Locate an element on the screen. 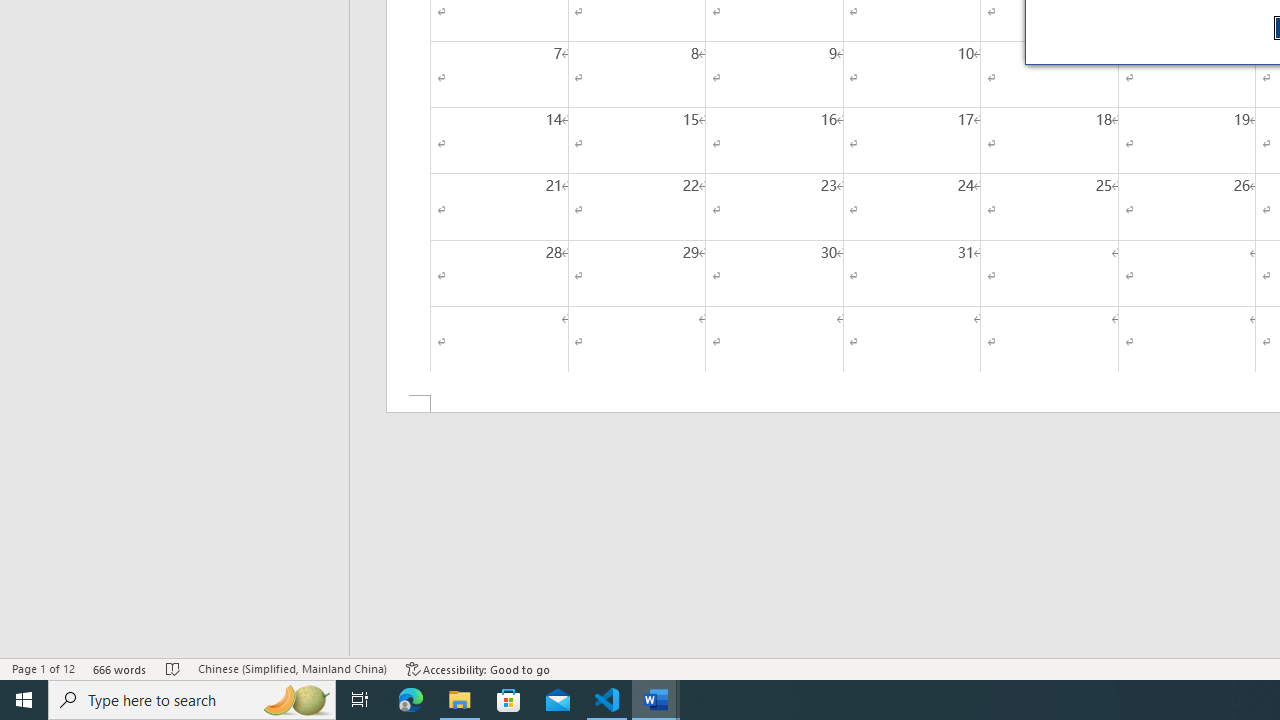  'Task View' is located at coordinates (359, 698).